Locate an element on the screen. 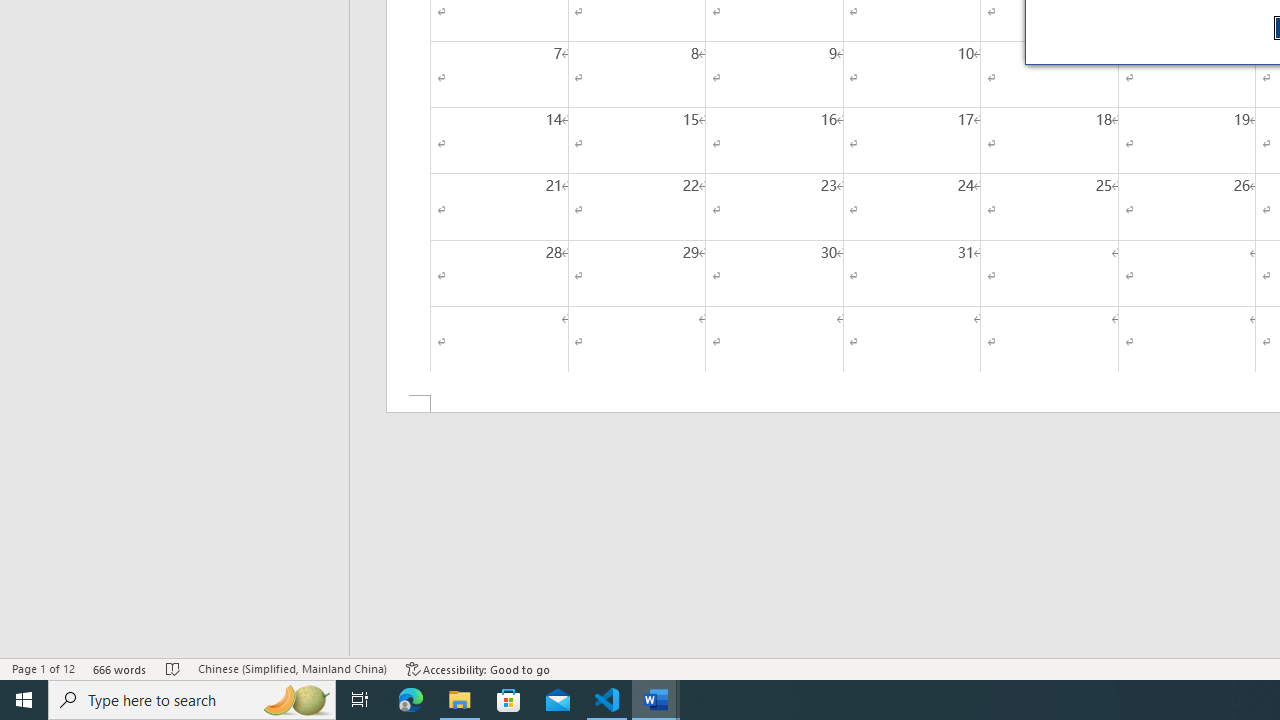  'Task View' is located at coordinates (359, 698).